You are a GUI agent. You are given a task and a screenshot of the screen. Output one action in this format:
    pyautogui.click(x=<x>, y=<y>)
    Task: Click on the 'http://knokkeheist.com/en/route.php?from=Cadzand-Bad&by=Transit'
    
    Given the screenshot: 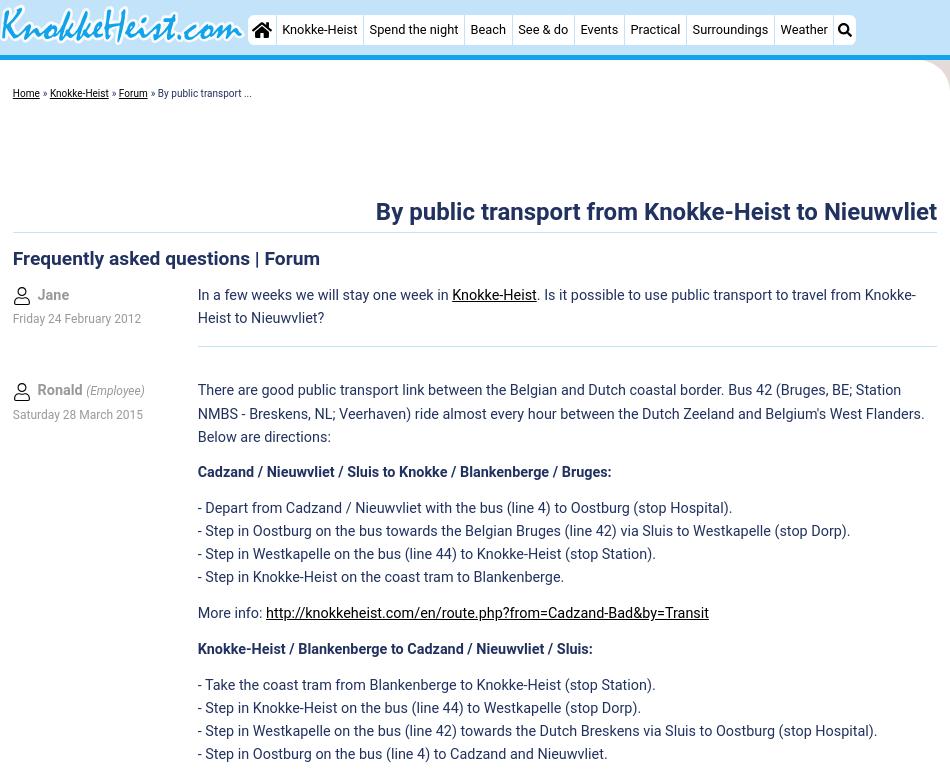 What is the action you would take?
    pyautogui.click(x=486, y=612)
    